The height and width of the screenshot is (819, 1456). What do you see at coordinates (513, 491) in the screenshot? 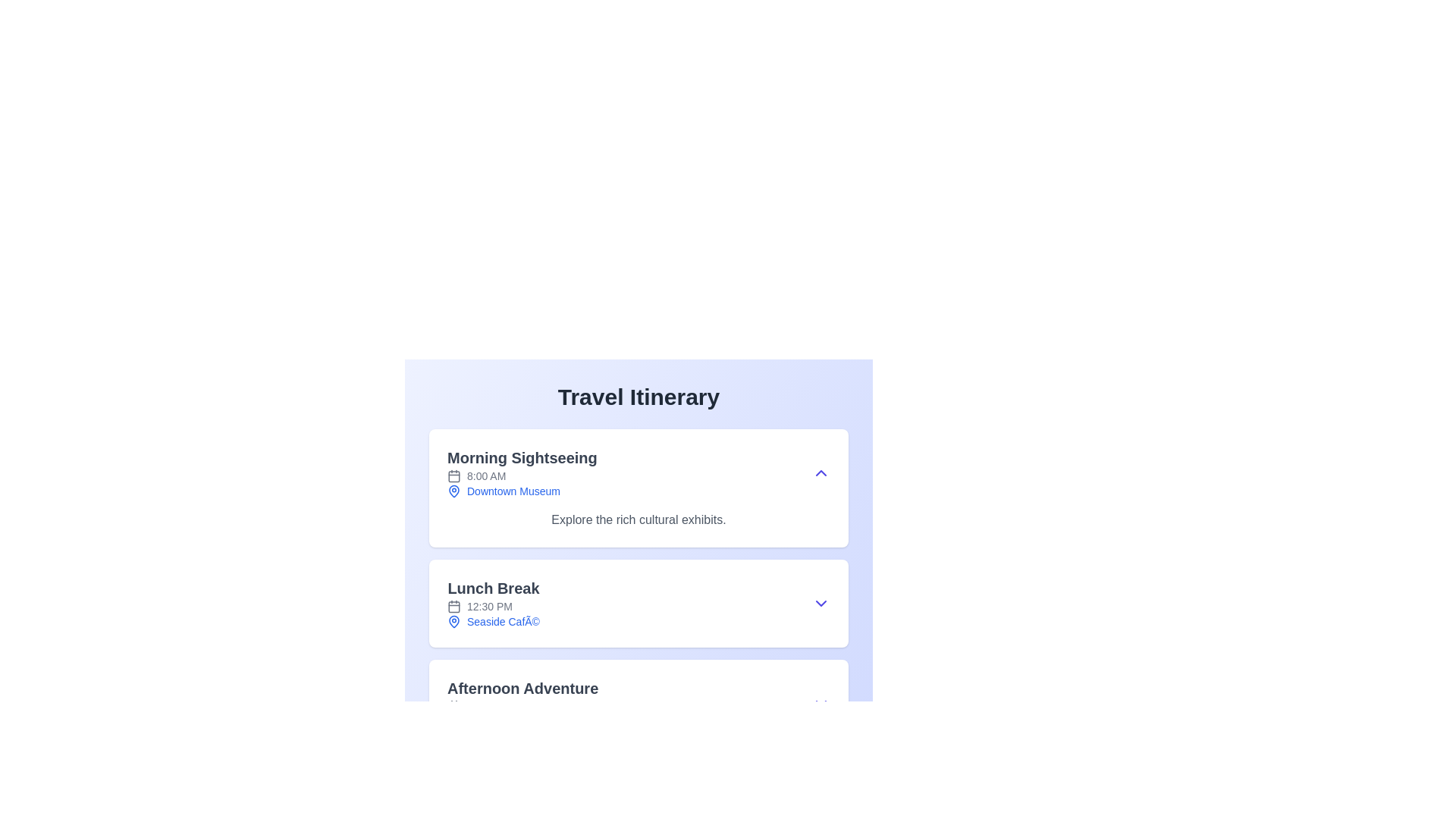
I see `text label indicating the location of the event or activity, specifically the label for 'Morning Sightseeing' located in the upper-middle part of the itinerary section` at bounding box center [513, 491].